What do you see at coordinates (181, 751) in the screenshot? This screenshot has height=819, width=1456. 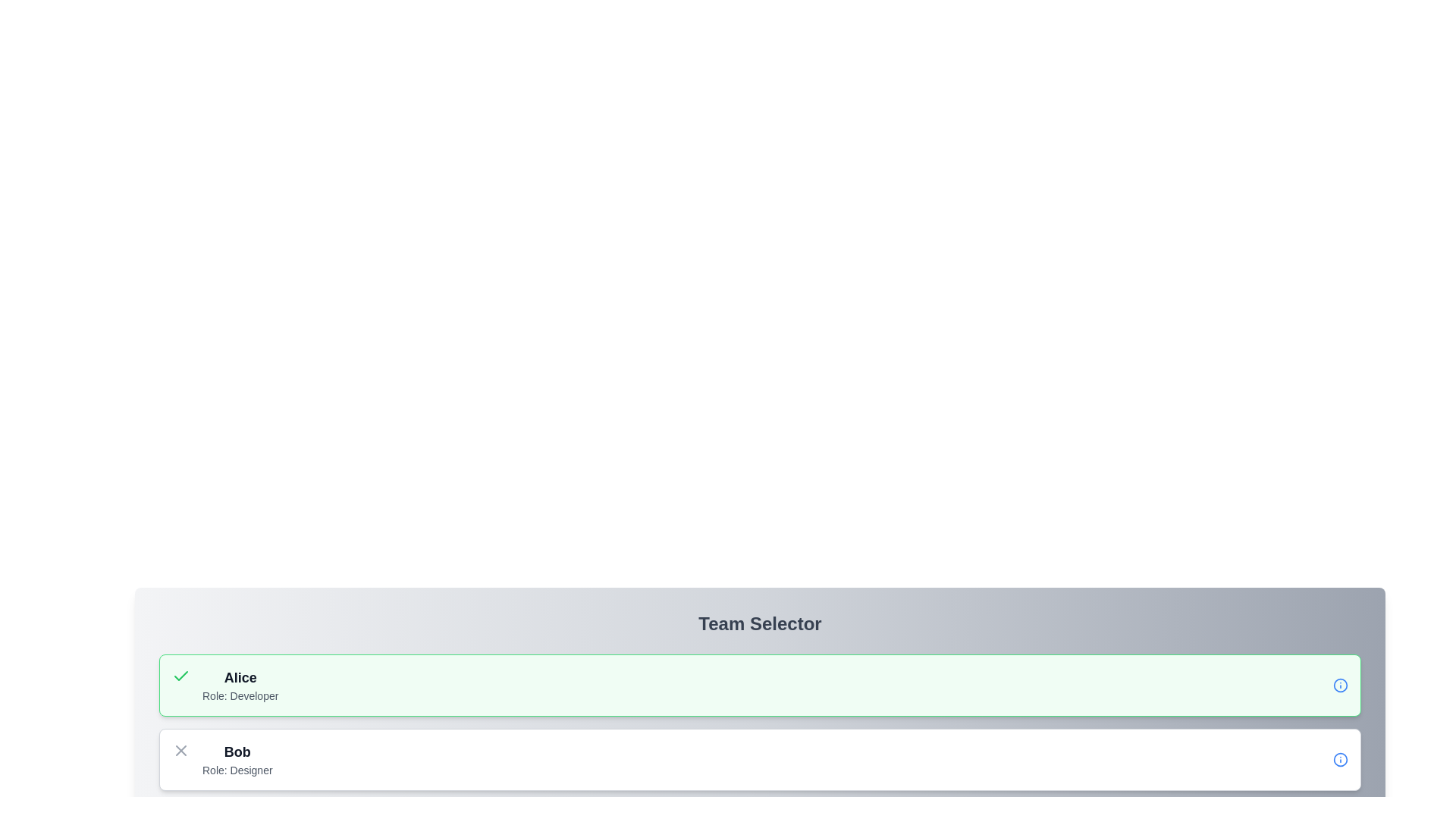 I see `the checkmark icon located at the far left of the second team member item, preceding the name 'Bob' and the job title 'Role: Designer' in the Team Selector list` at bounding box center [181, 751].